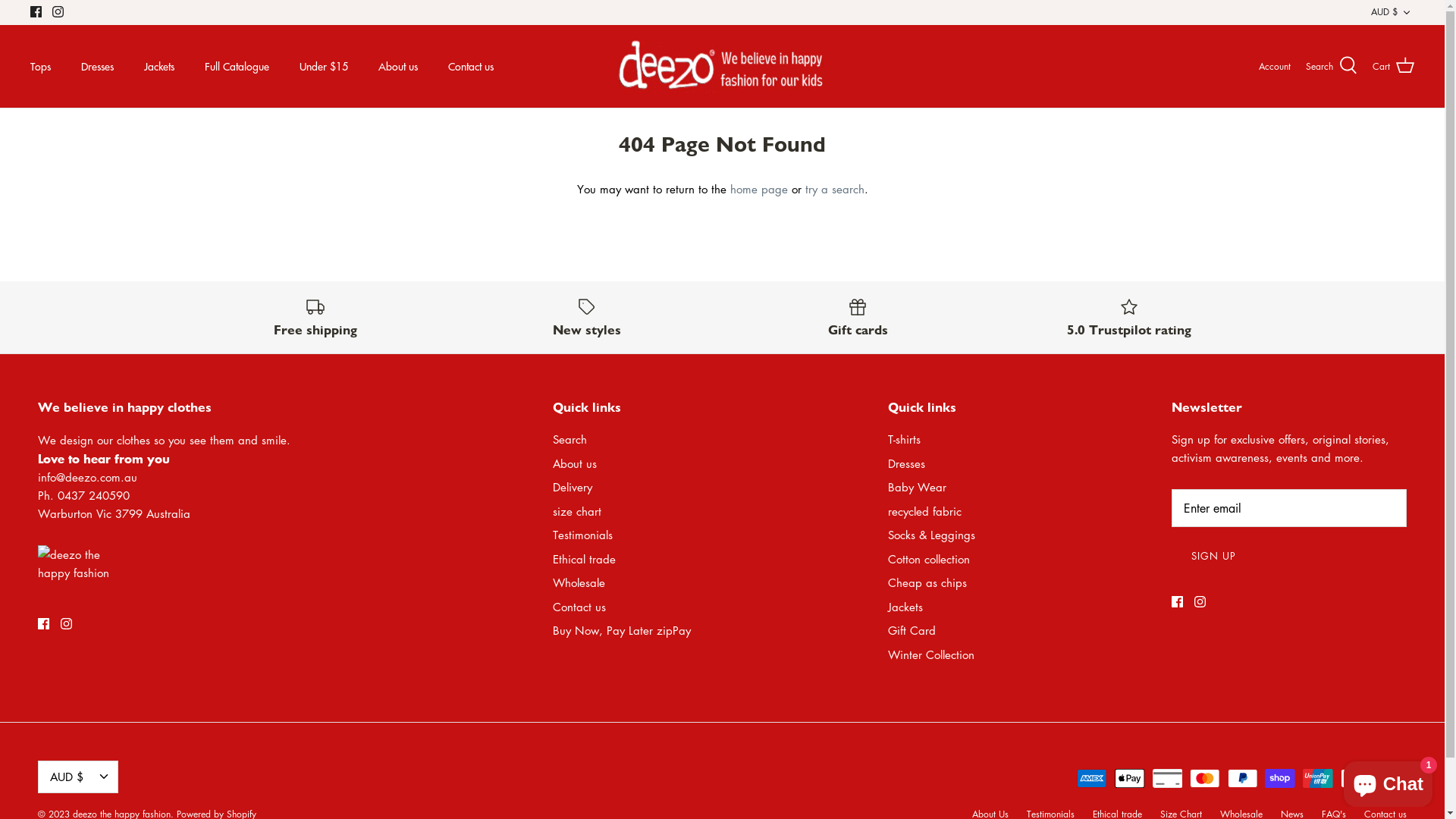 The image size is (1456, 819). Describe the element at coordinates (927, 558) in the screenshot. I see `'Cotton collection'` at that location.